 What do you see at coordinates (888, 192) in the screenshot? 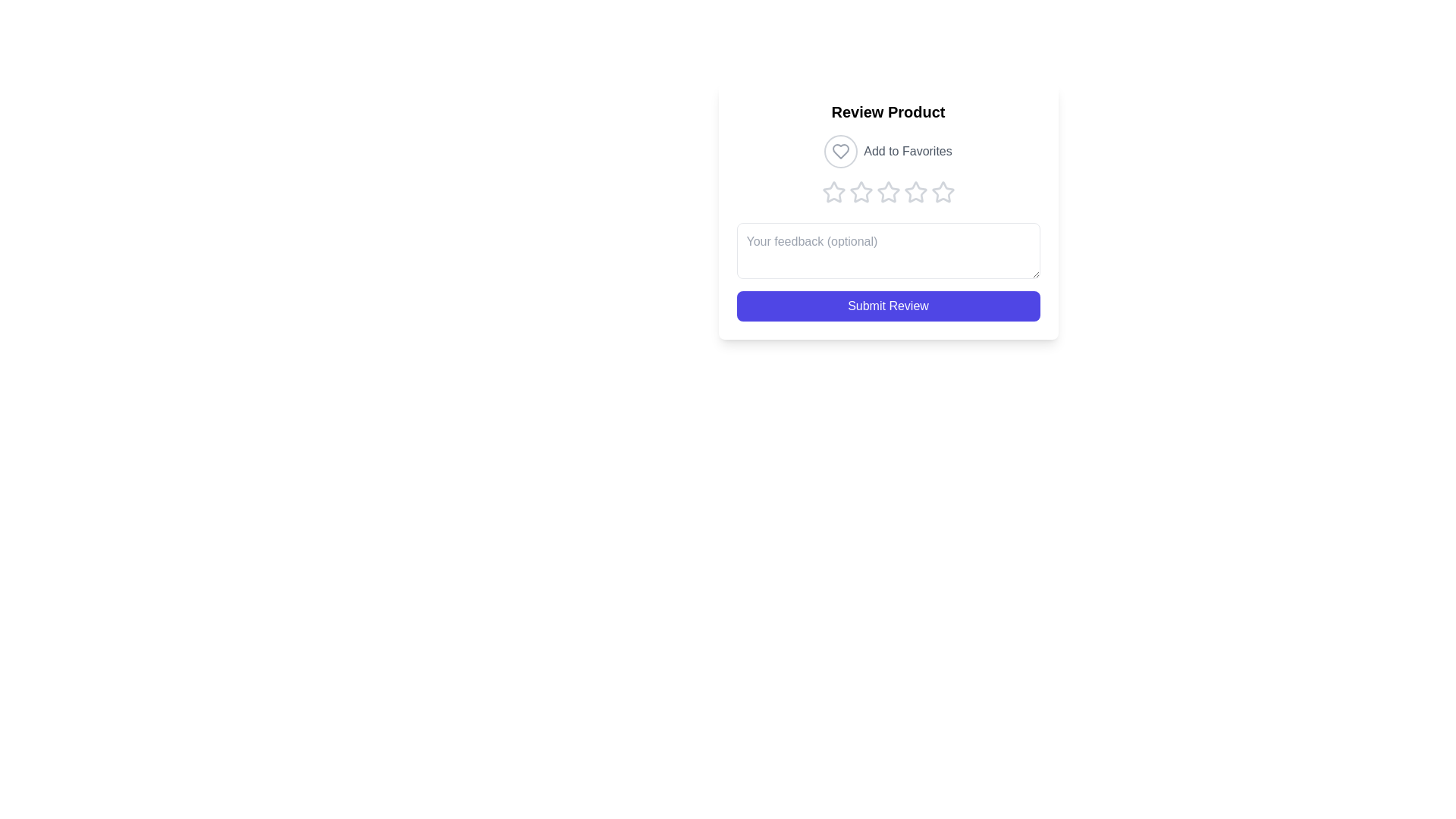
I see `the third star in the 5-star rating system` at bounding box center [888, 192].